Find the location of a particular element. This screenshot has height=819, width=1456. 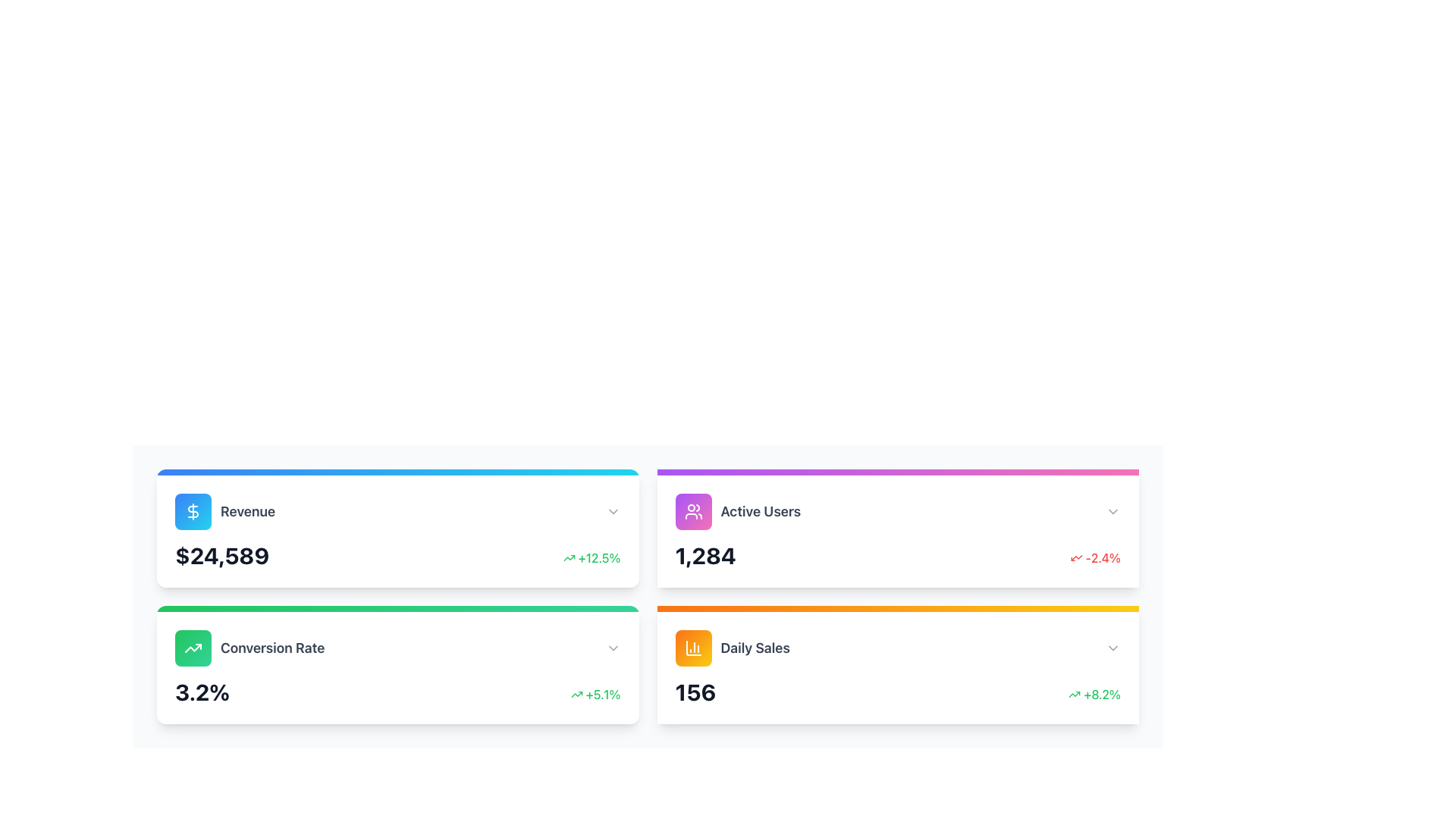

the decorative bar located at the top section of the 'Daily Sales' card, which is visually indicative and serves as a highlight above the card's text and data content is located at coordinates (898, 607).